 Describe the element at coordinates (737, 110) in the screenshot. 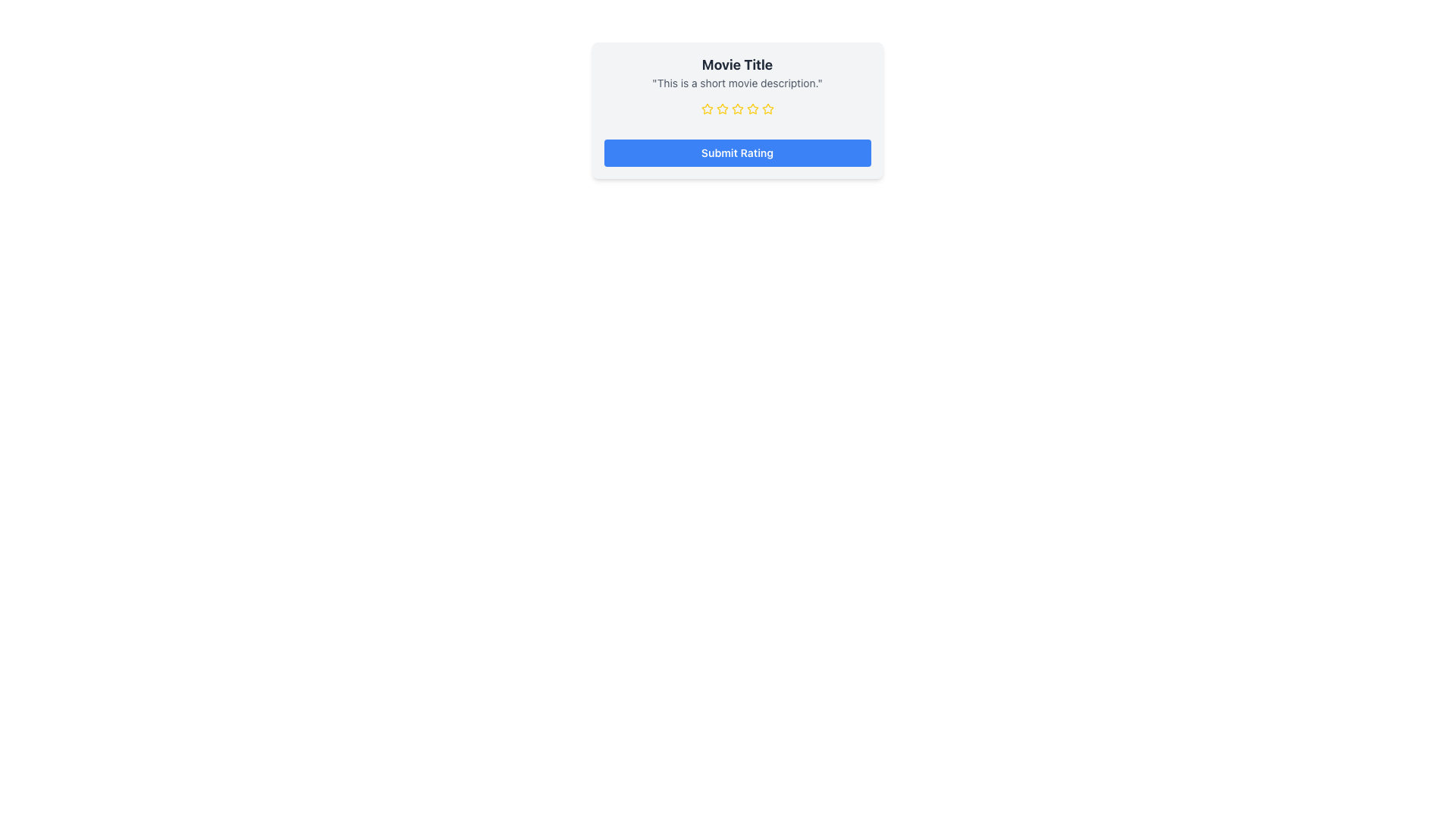

I see `the Rating Star icon located in the center of the row of five stars, situated below the text 'This is a short movie description.' within the 'Movie Title' card` at that location.